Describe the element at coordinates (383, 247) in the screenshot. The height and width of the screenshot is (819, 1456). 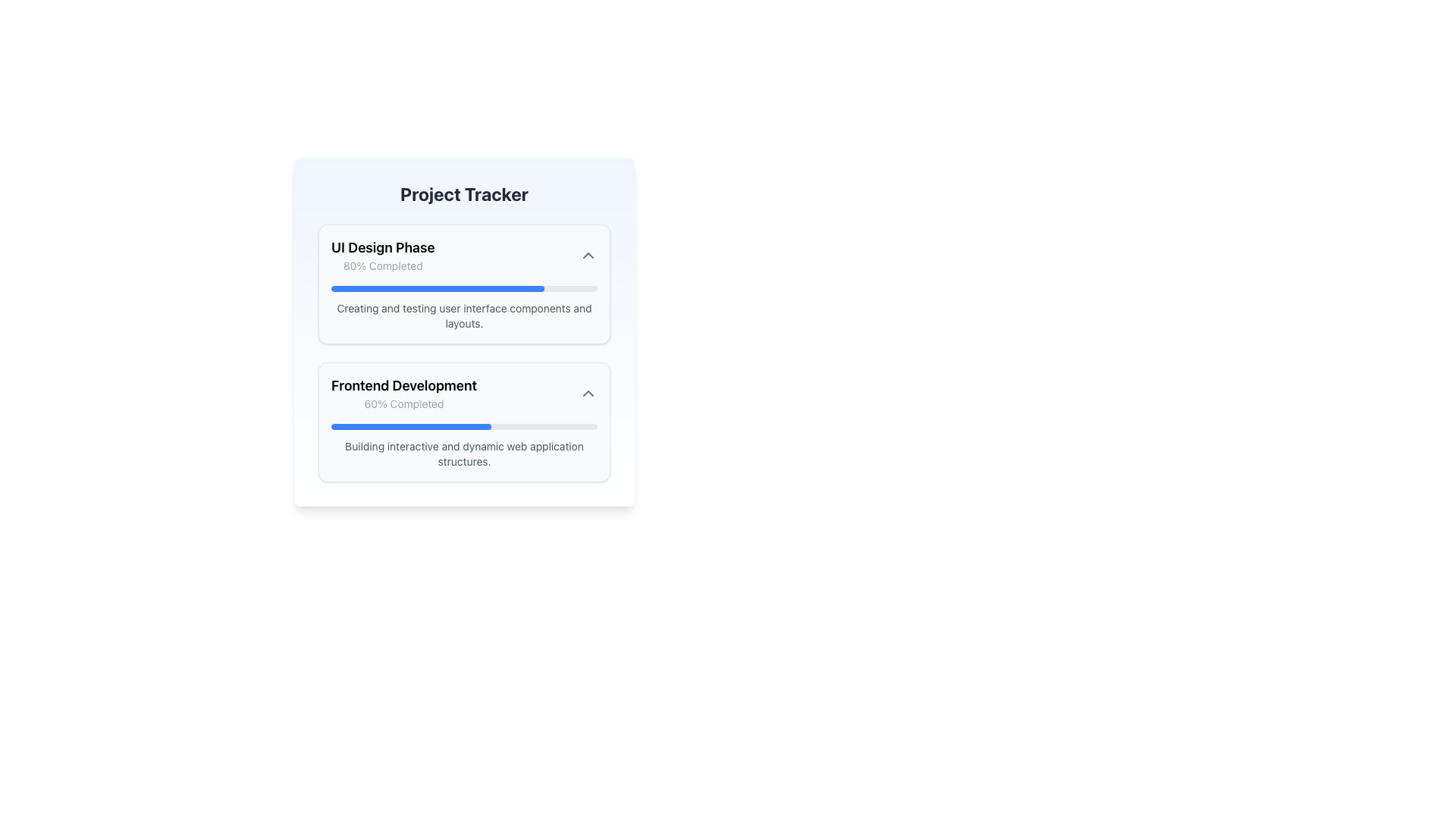
I see `the text label that serves as a title for the section, indicating the progress of the UI design phase, which states 'UI Design Phase 80% Completed'` at that location.